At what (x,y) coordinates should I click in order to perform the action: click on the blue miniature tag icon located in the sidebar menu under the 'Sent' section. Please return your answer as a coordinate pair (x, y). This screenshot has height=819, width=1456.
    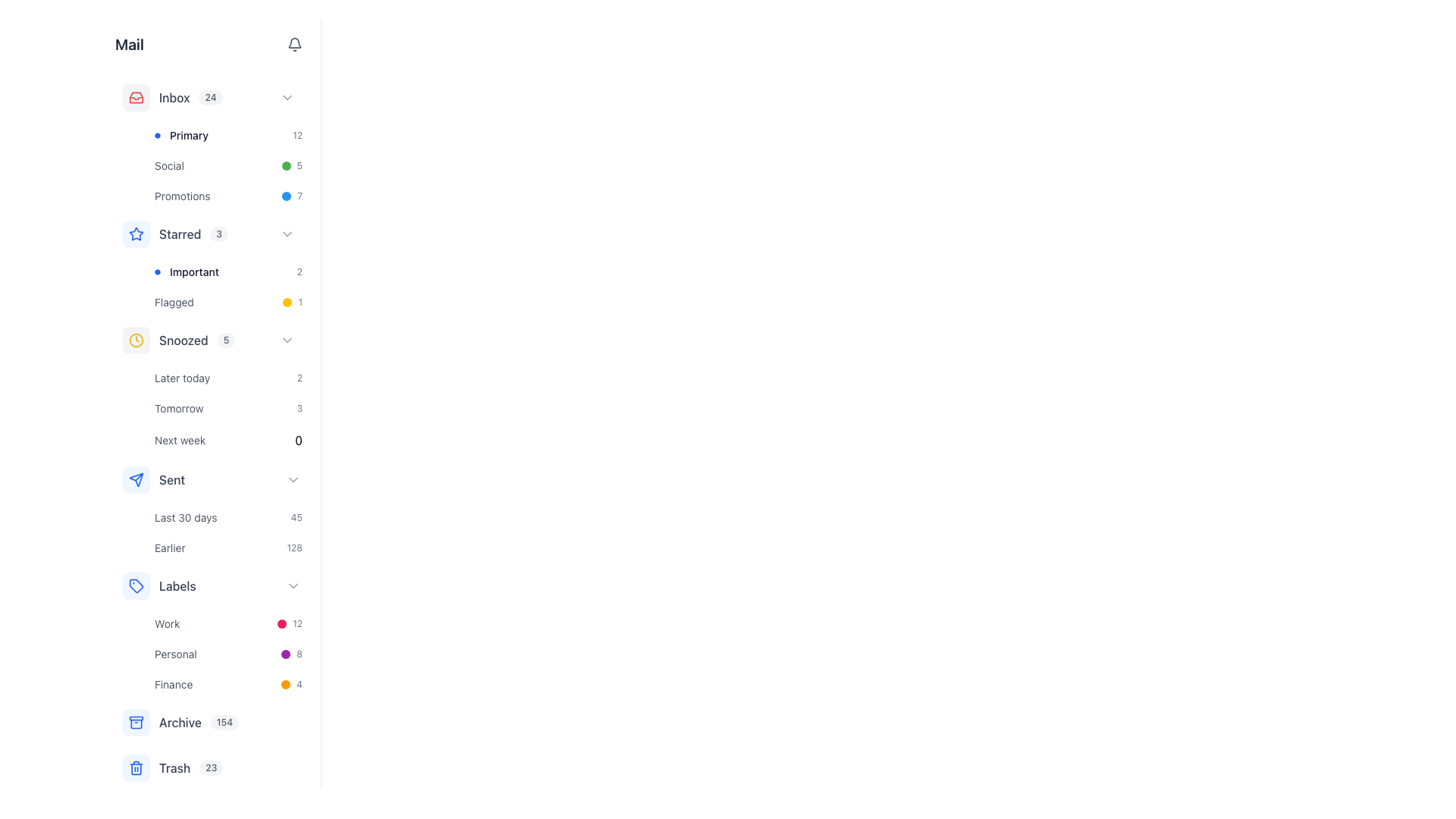
    Looking at the image, I should click on (136, 585).